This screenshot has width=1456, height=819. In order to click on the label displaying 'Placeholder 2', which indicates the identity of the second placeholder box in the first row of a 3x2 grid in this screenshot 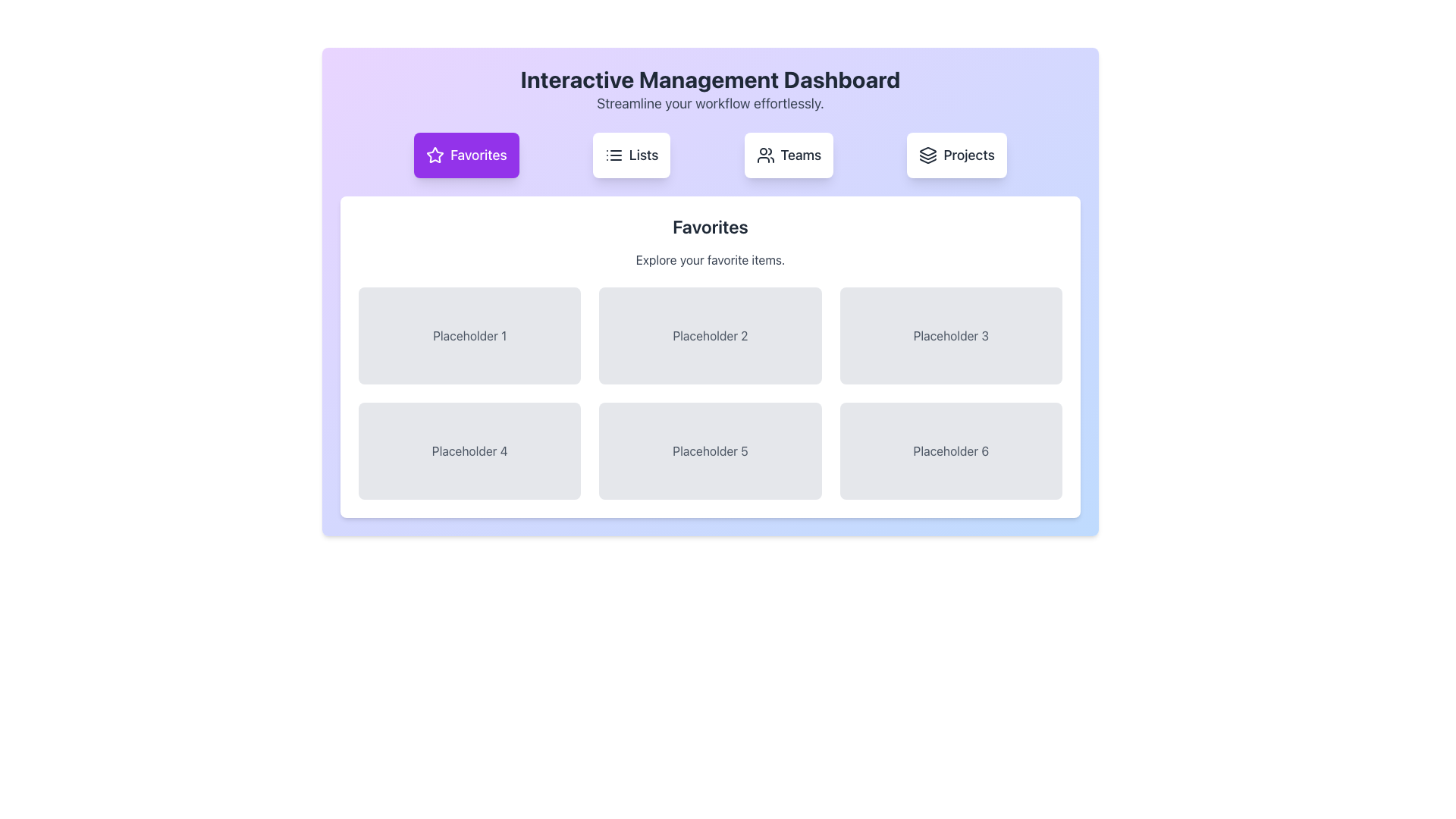, I will do `click(709, 335)`.